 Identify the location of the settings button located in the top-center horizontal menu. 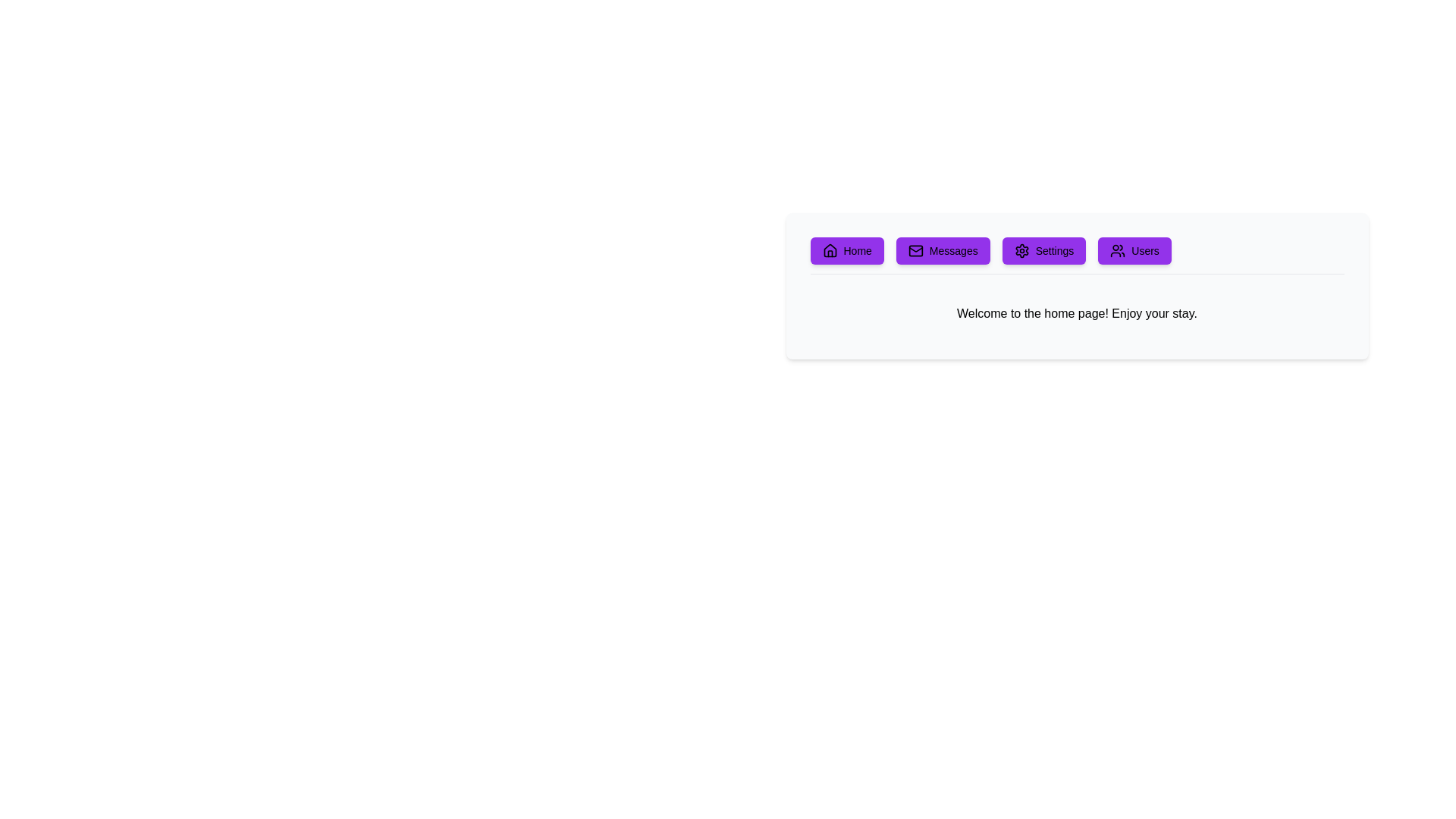
(1043, 250).